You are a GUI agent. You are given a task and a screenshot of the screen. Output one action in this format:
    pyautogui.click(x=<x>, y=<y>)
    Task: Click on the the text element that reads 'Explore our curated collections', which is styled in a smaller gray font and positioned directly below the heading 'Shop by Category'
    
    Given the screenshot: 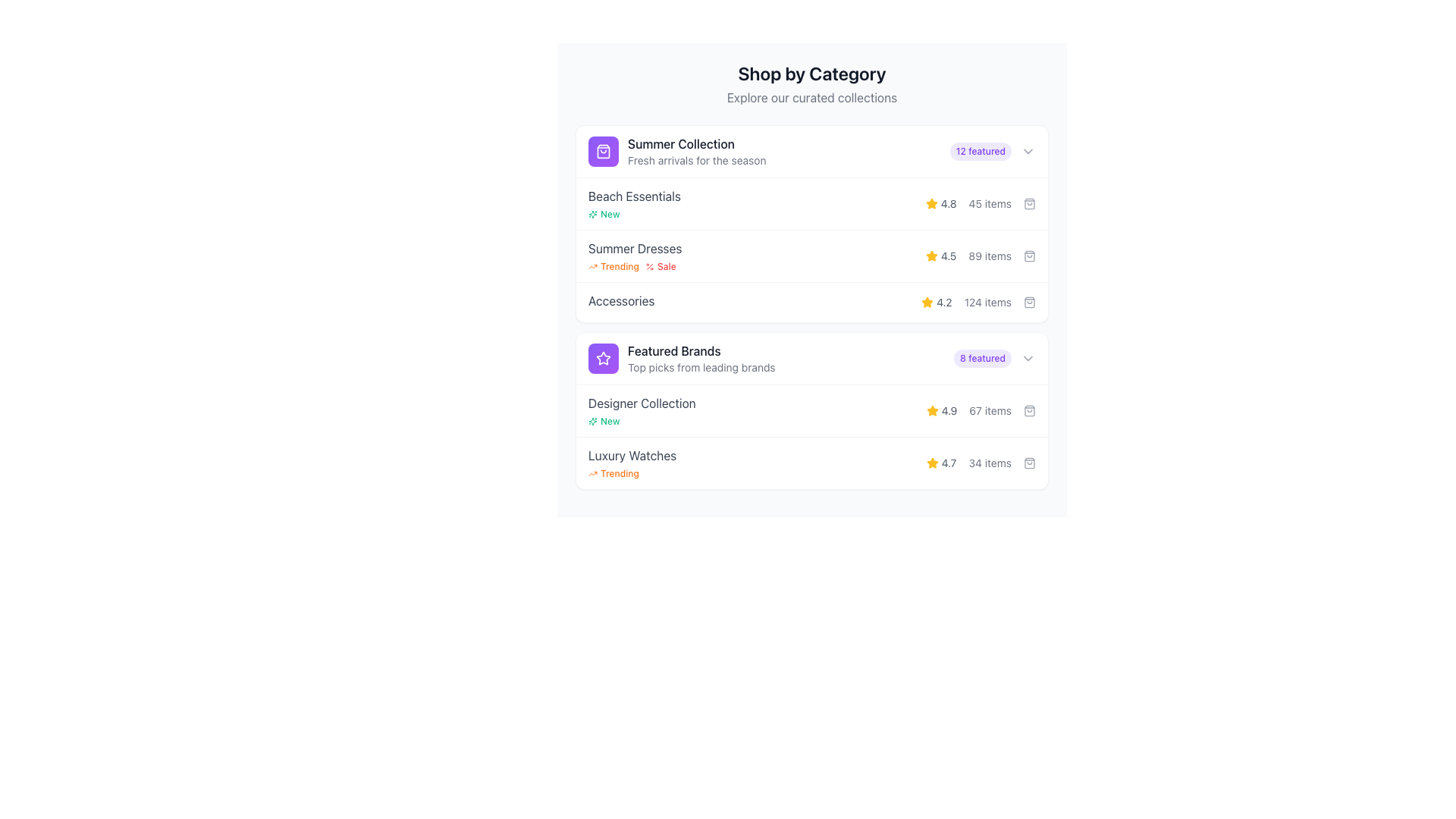 What is the action you would take?
    pyautogui.click(x=811, y=97)
    